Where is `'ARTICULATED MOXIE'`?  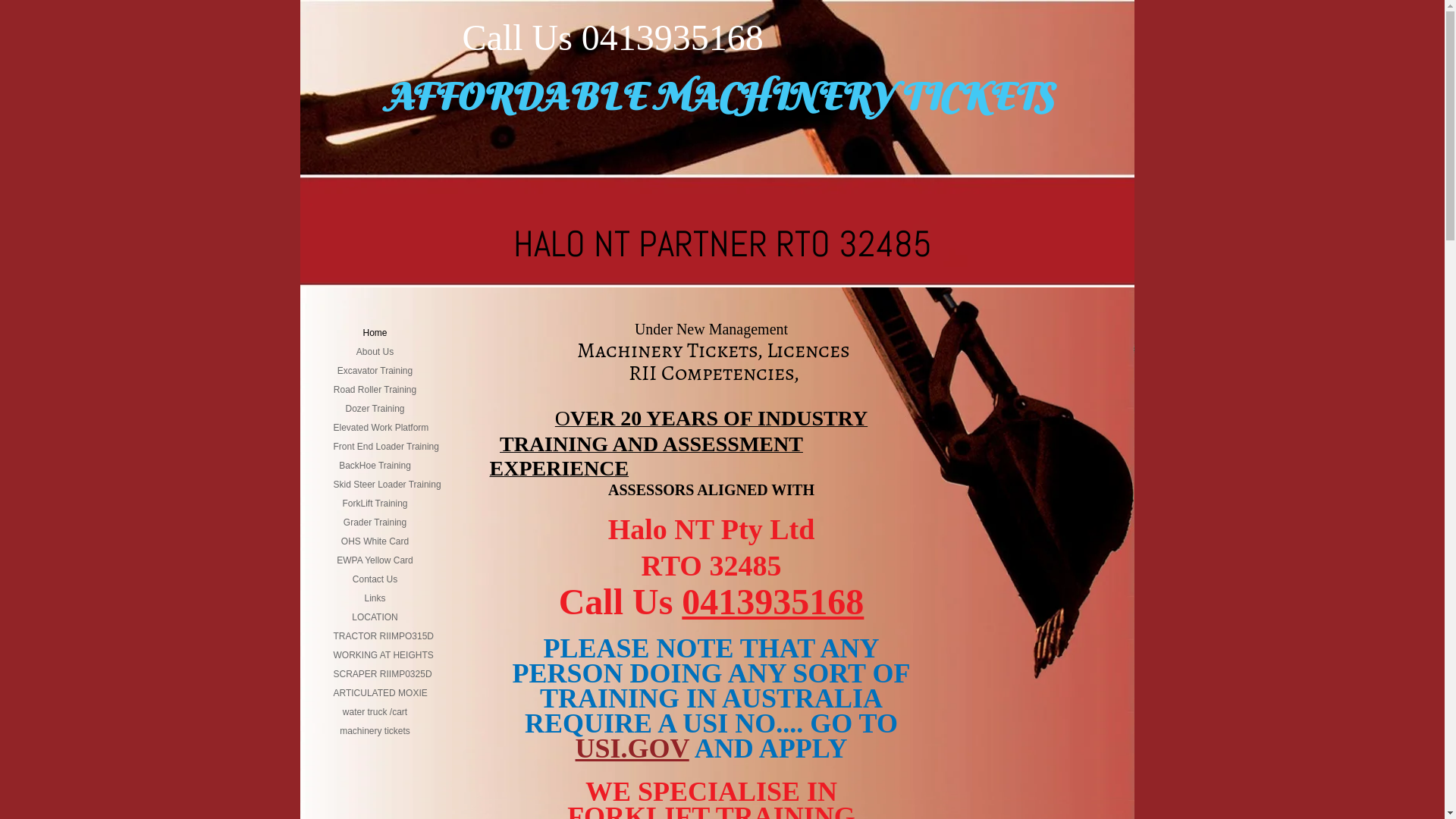 'ARTICULATED MOXIE' is located at coordinates (325, 693).